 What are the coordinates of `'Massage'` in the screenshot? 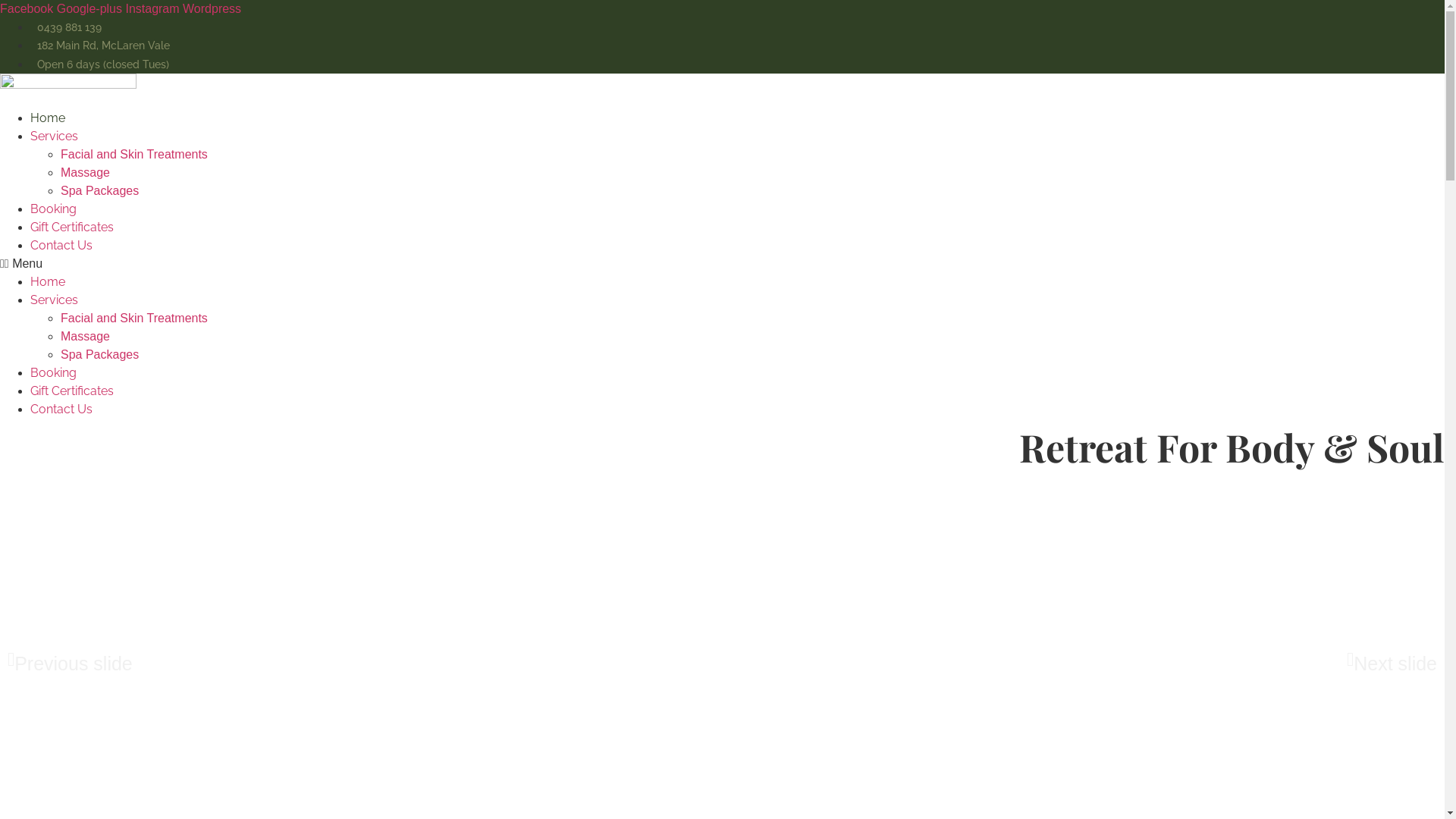 It's located at (84, 335).